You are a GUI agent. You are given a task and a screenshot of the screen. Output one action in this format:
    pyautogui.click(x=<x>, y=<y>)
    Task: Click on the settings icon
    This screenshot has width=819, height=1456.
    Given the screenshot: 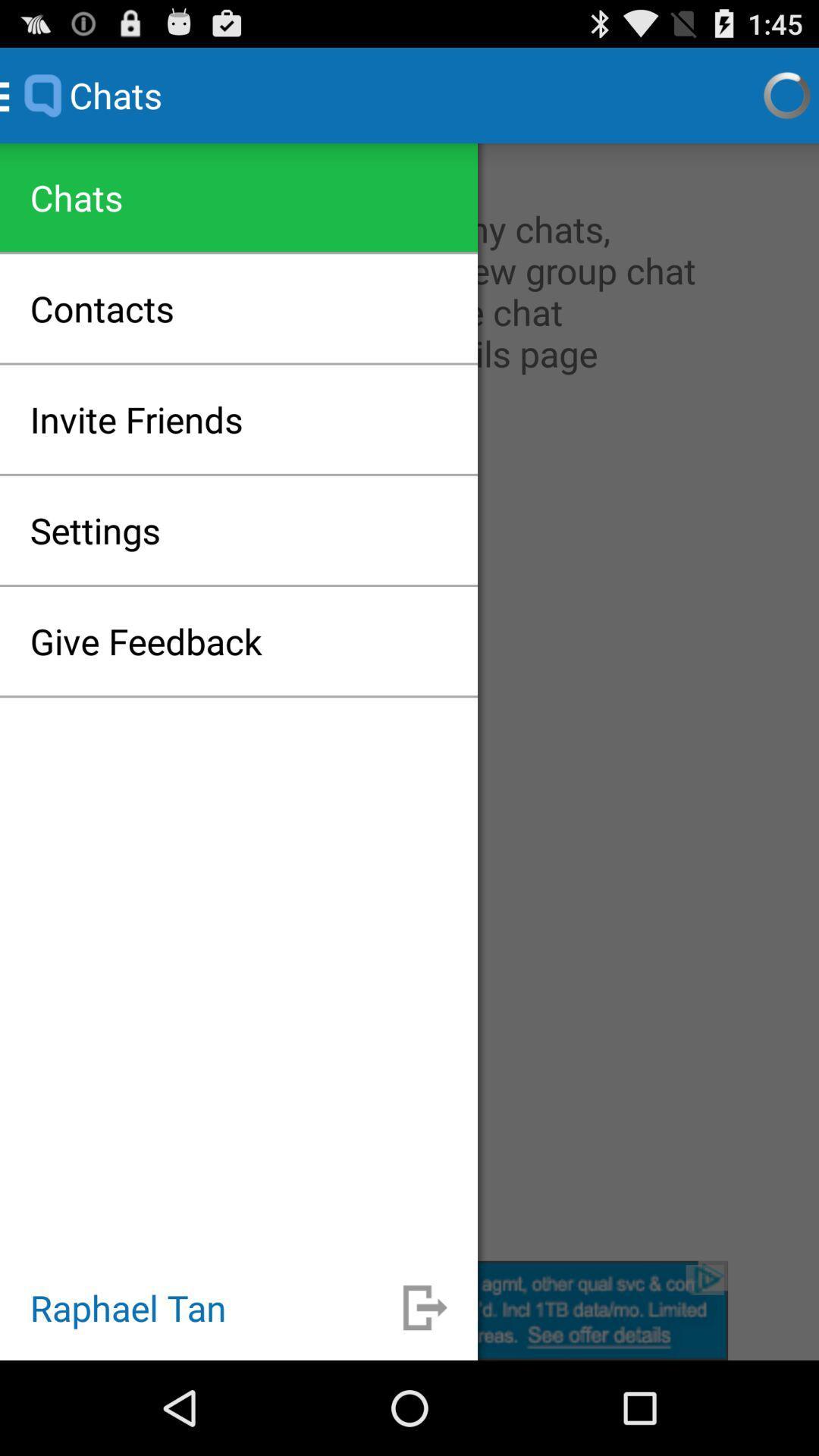 What is the action you would take?
    pyautogui.click(x=95, y=530)
    